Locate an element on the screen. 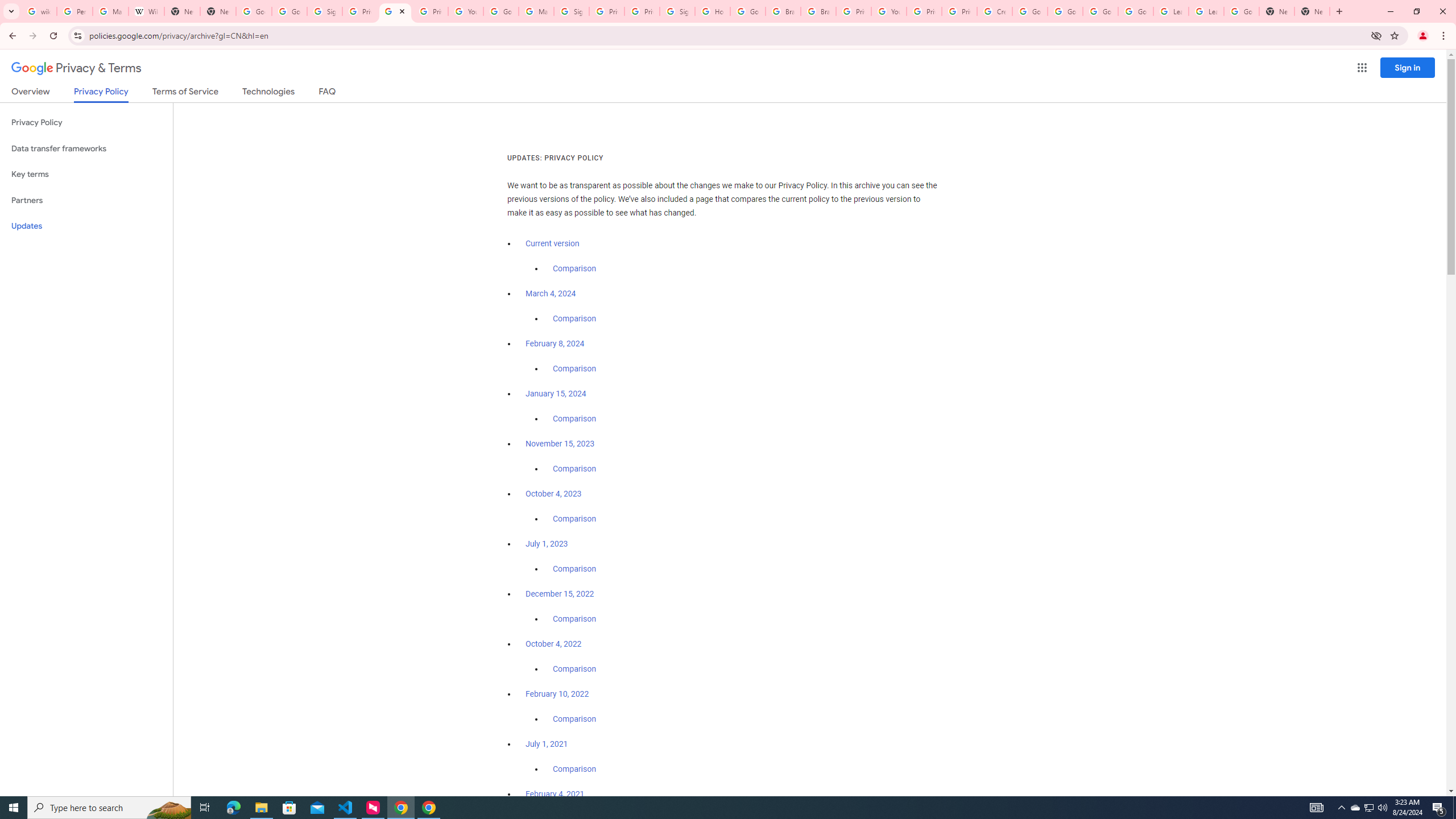 This screenshot has height=819, width=1456. 'Key terms' is located at coordinates (86, 174).